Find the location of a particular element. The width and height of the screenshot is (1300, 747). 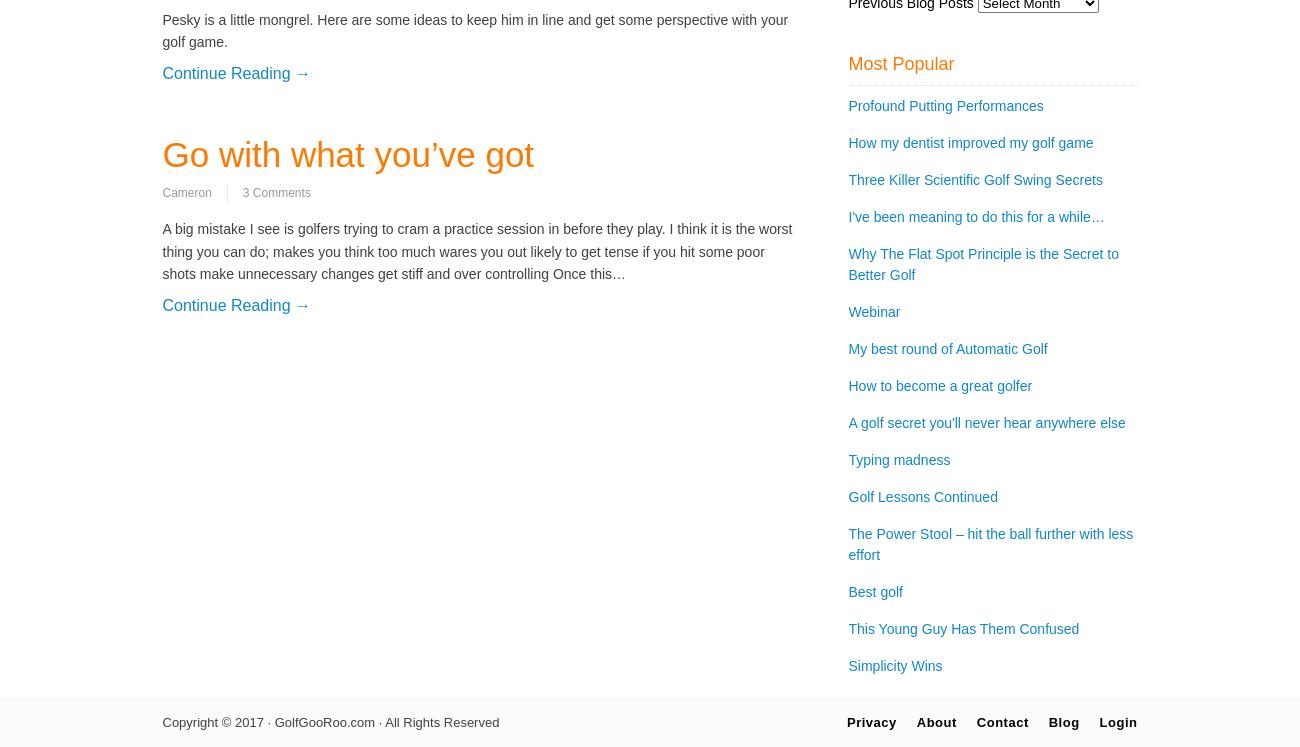

'Why The Flat Spot Principle is the Secret to Better Golf' is located at coordinates (982, 264).